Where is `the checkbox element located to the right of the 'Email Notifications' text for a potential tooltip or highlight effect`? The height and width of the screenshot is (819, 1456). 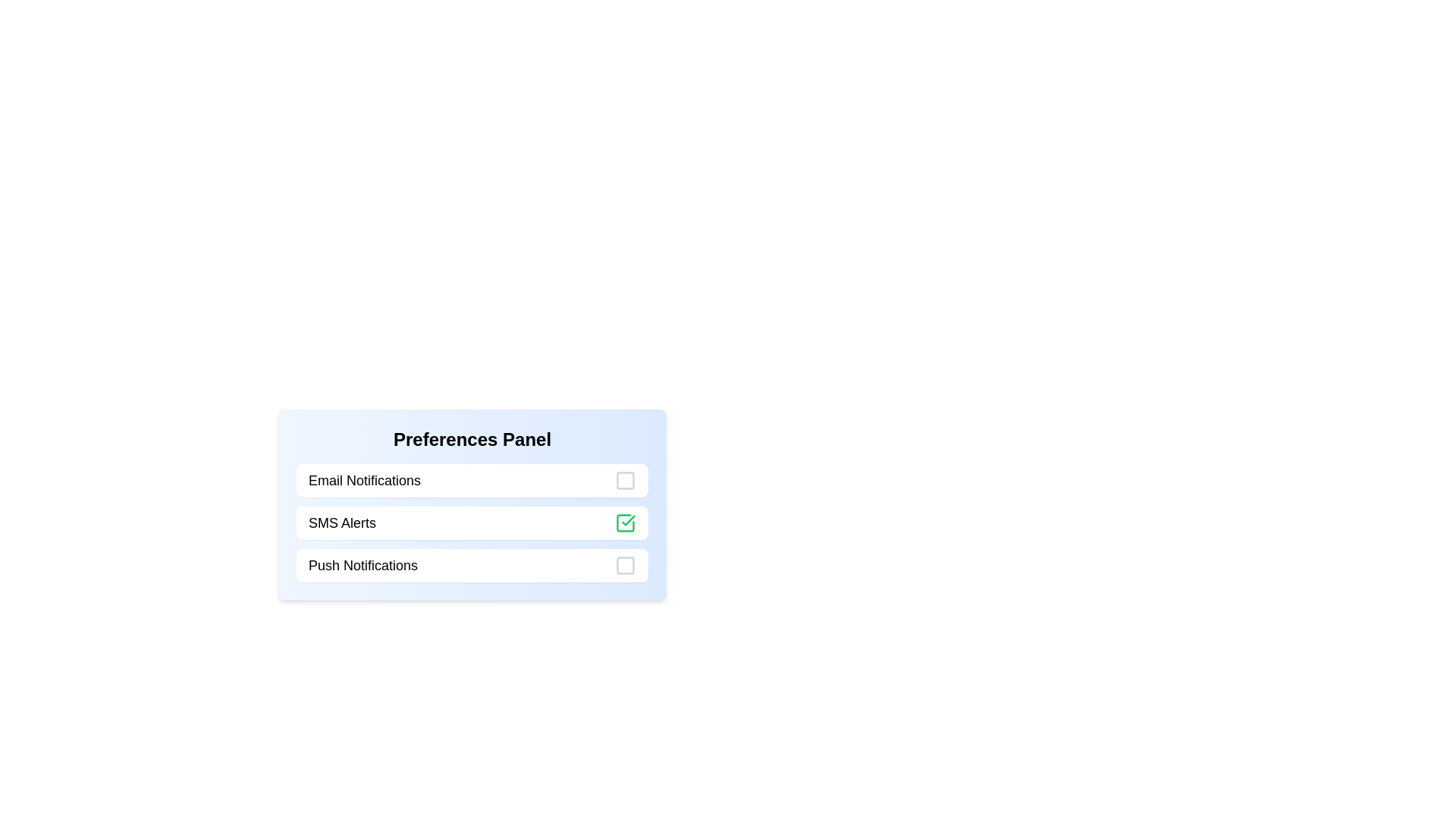 the checkbox element located to the right of the 'Email Notifications' text for a potential tooltip or highlight effect is located at coordinates (626, 480).